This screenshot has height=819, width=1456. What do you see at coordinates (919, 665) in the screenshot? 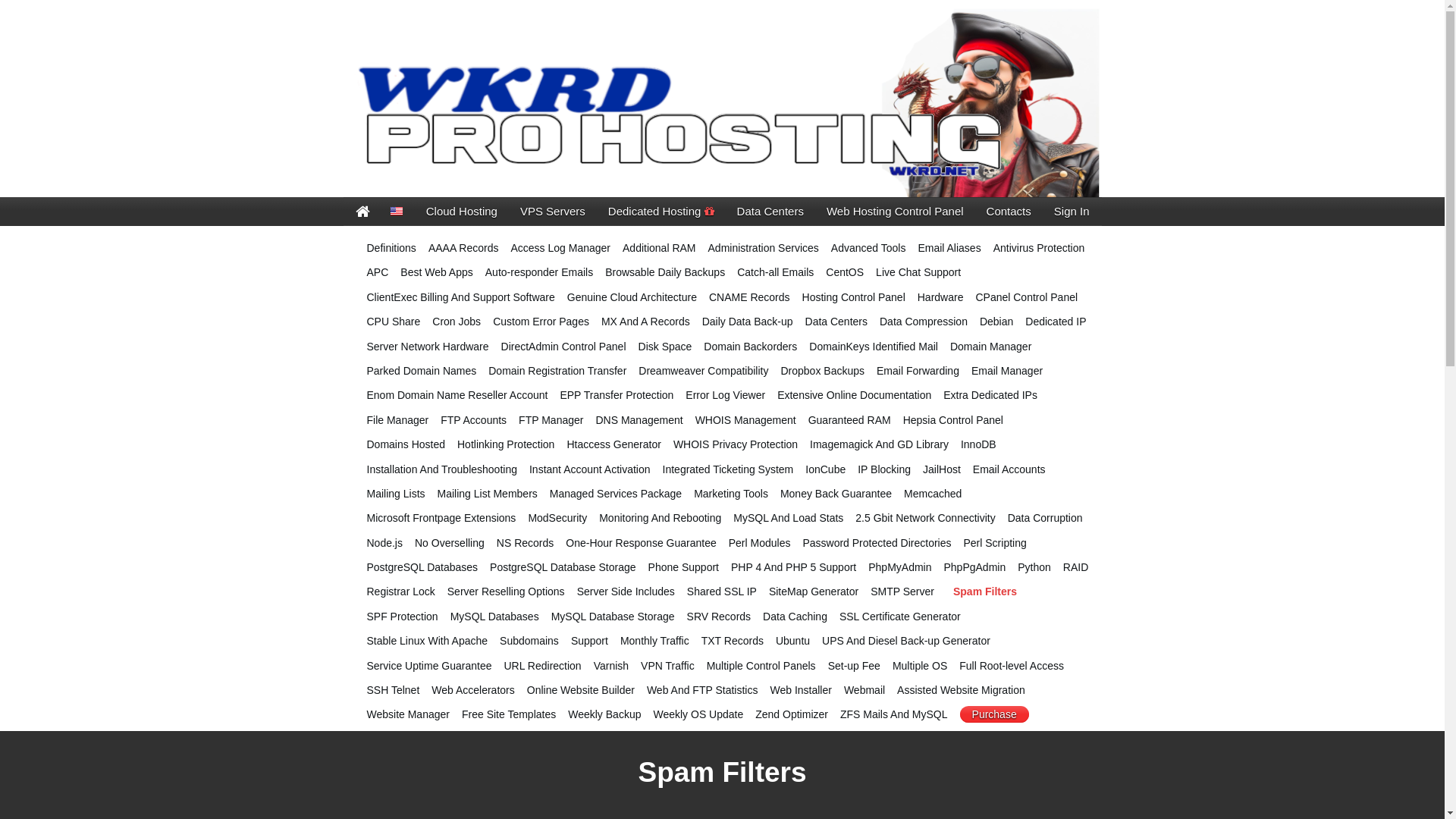
I see `'Multiple OS'` at bounding box center [919, 665].